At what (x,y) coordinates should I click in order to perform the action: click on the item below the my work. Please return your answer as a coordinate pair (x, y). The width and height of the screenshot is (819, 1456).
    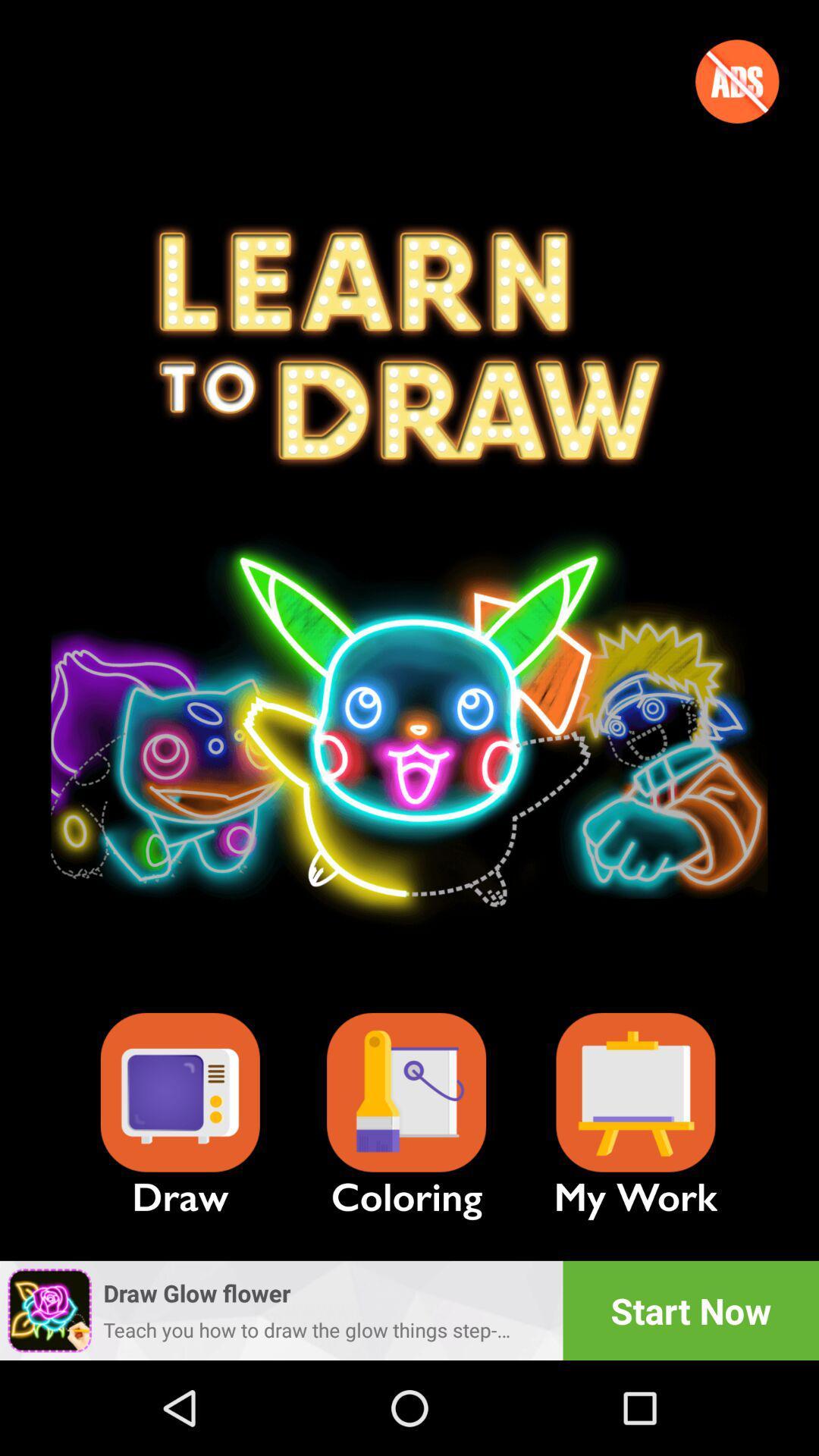
    Looking at the image, I should click on (691, 1310).